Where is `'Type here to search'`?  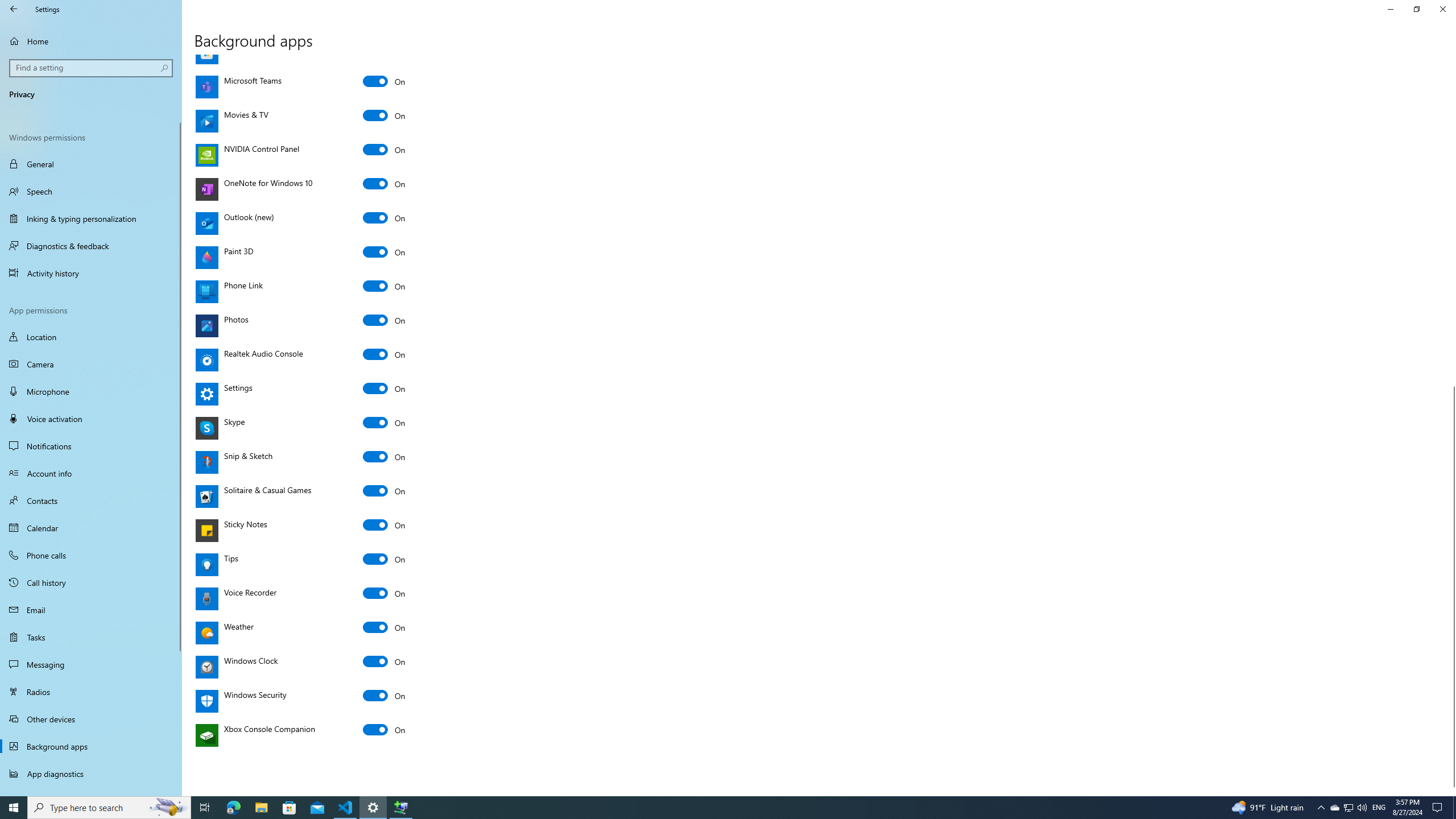
'Type here to search' is located at coordinates (109, 806).